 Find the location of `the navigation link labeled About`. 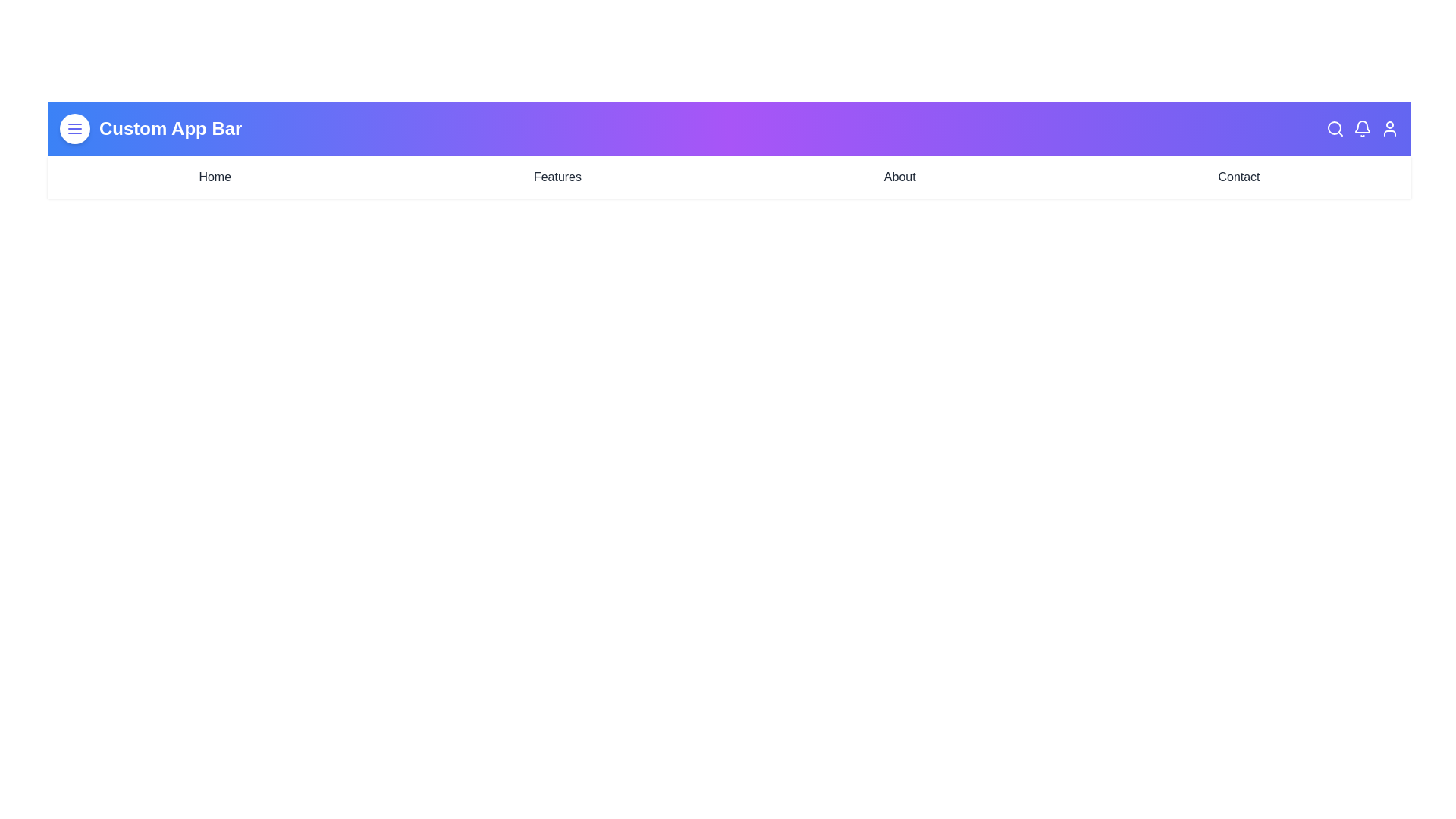

the navigation link labeled About is located at coordinates (899, 177).